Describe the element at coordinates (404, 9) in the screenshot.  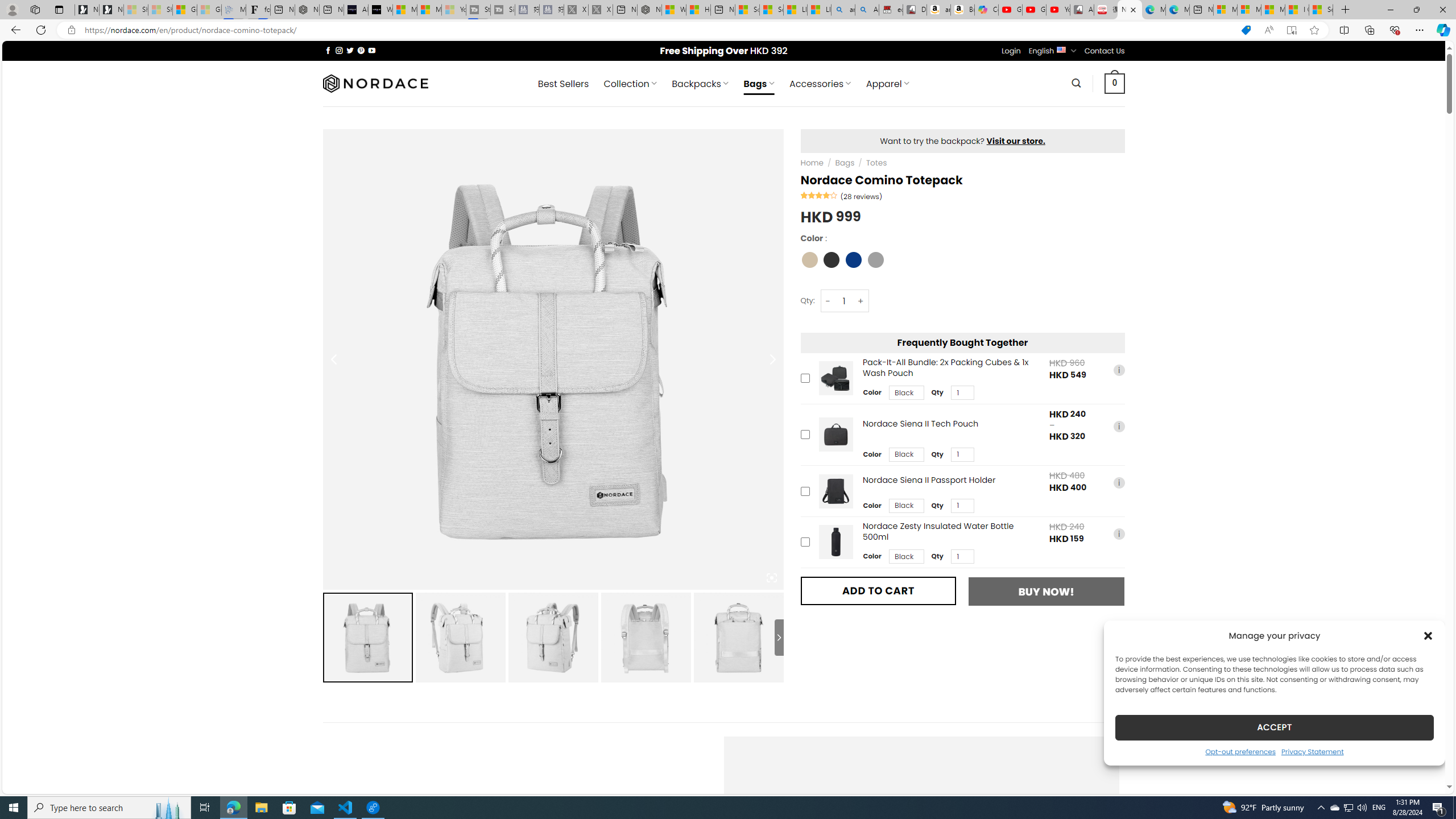
I see `'Microsoft Start Sports'` at that location.